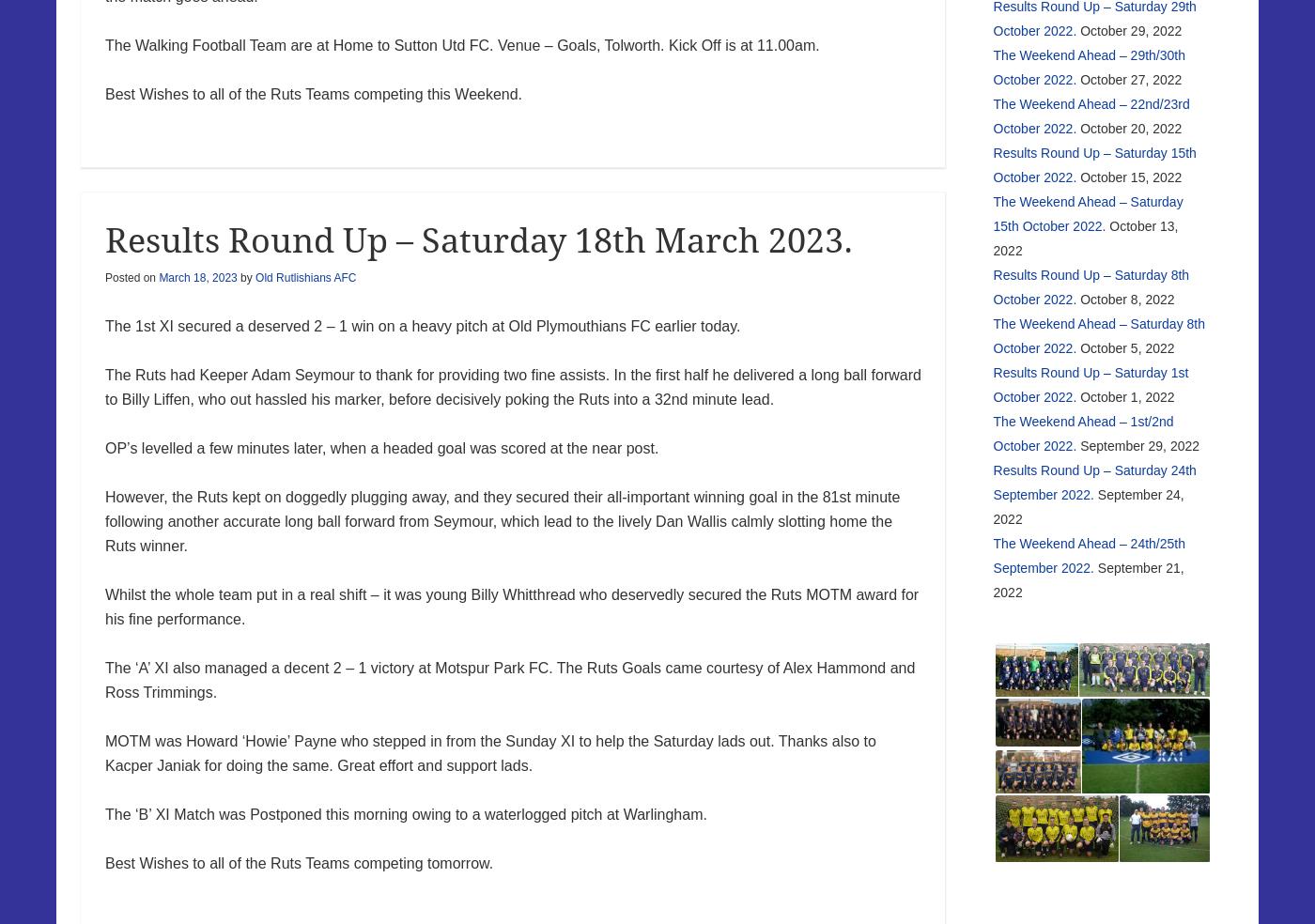 This screenshot has width=1315, height=924. What do you see at coordinates (1093, 163) in the screenshot?
I see `'Results Round Up – Saturday 15th October 2022.'` at bounding box center [1093, 163].